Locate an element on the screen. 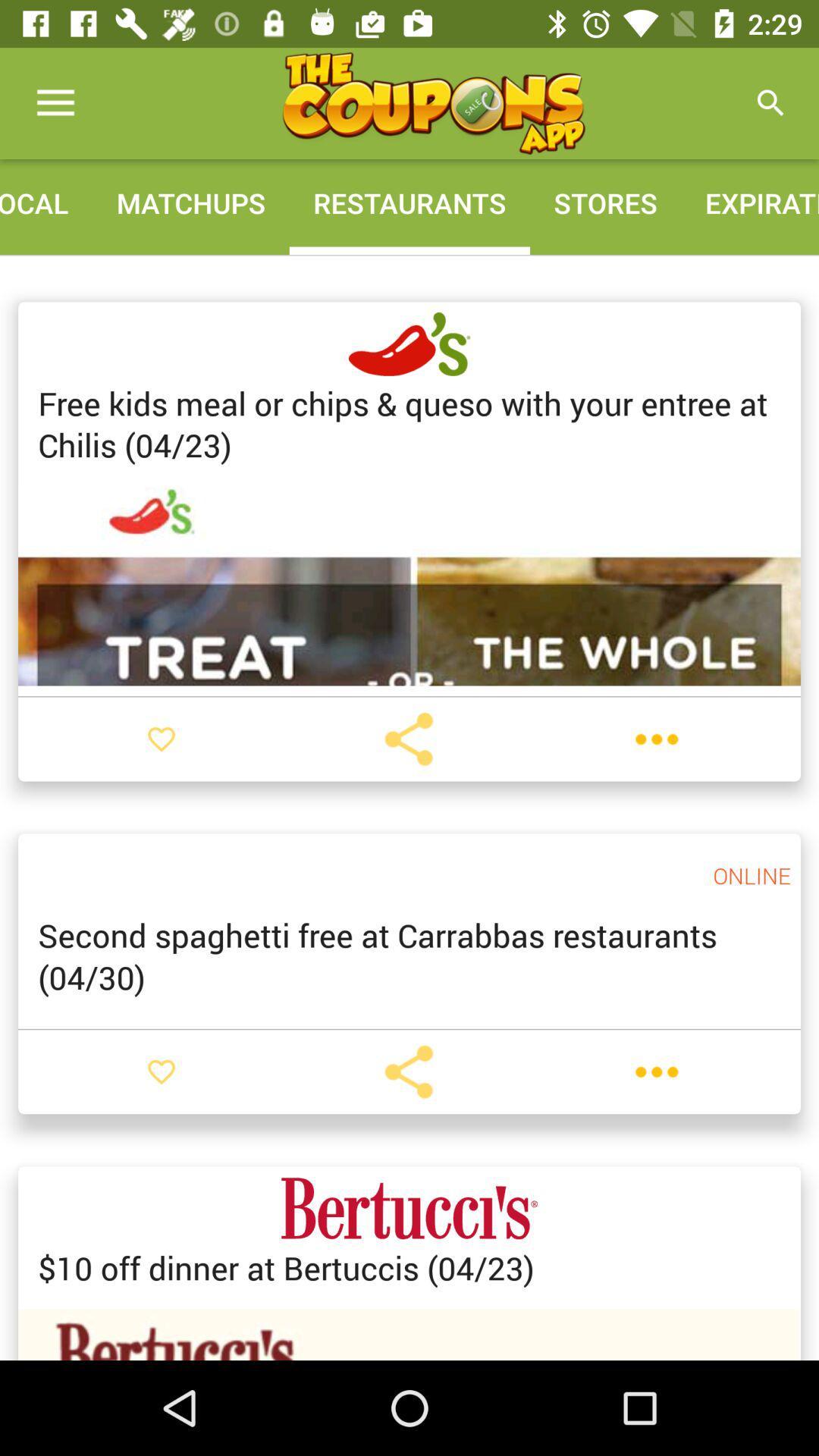 The width and height of the screenshot is (819, 1456). to favorites is located at coordinates (161, 1071).